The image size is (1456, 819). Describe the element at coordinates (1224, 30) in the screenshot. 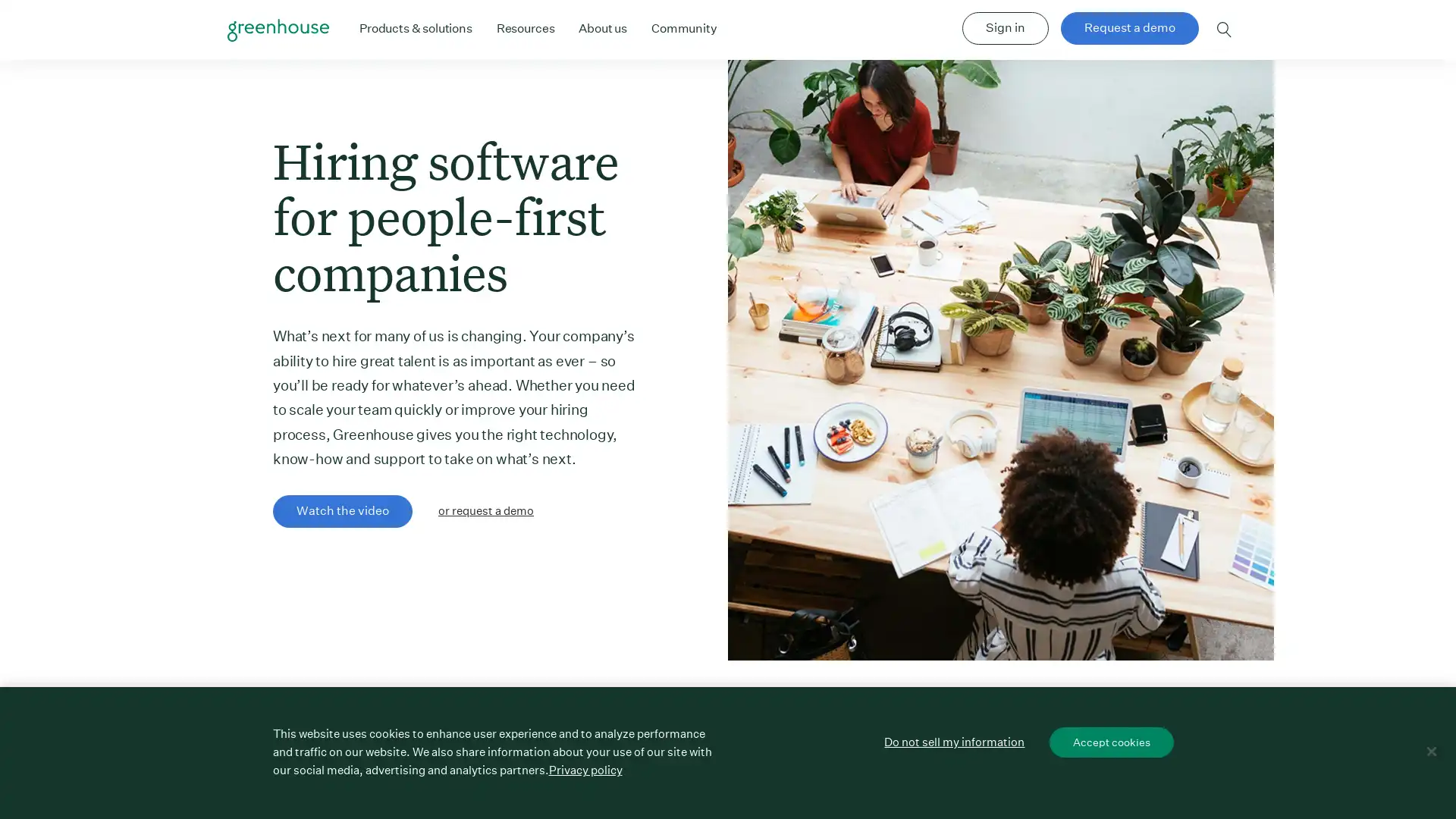

I see `Toggle search form` at that location.